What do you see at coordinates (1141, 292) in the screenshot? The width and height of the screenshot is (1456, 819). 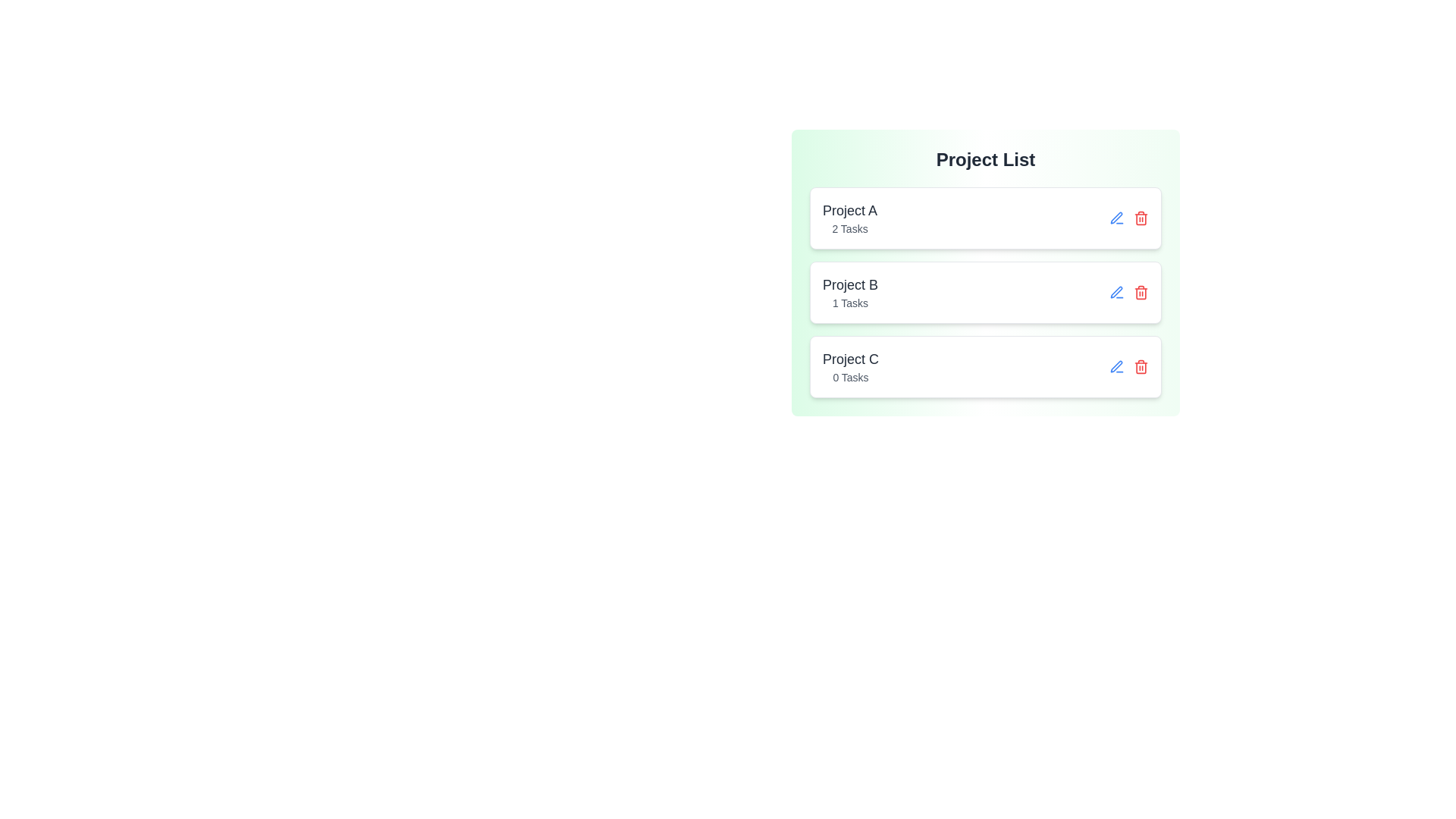 I see `the trash icon to delete the project corresponding to Project B` at bounding box center [1141, 292].